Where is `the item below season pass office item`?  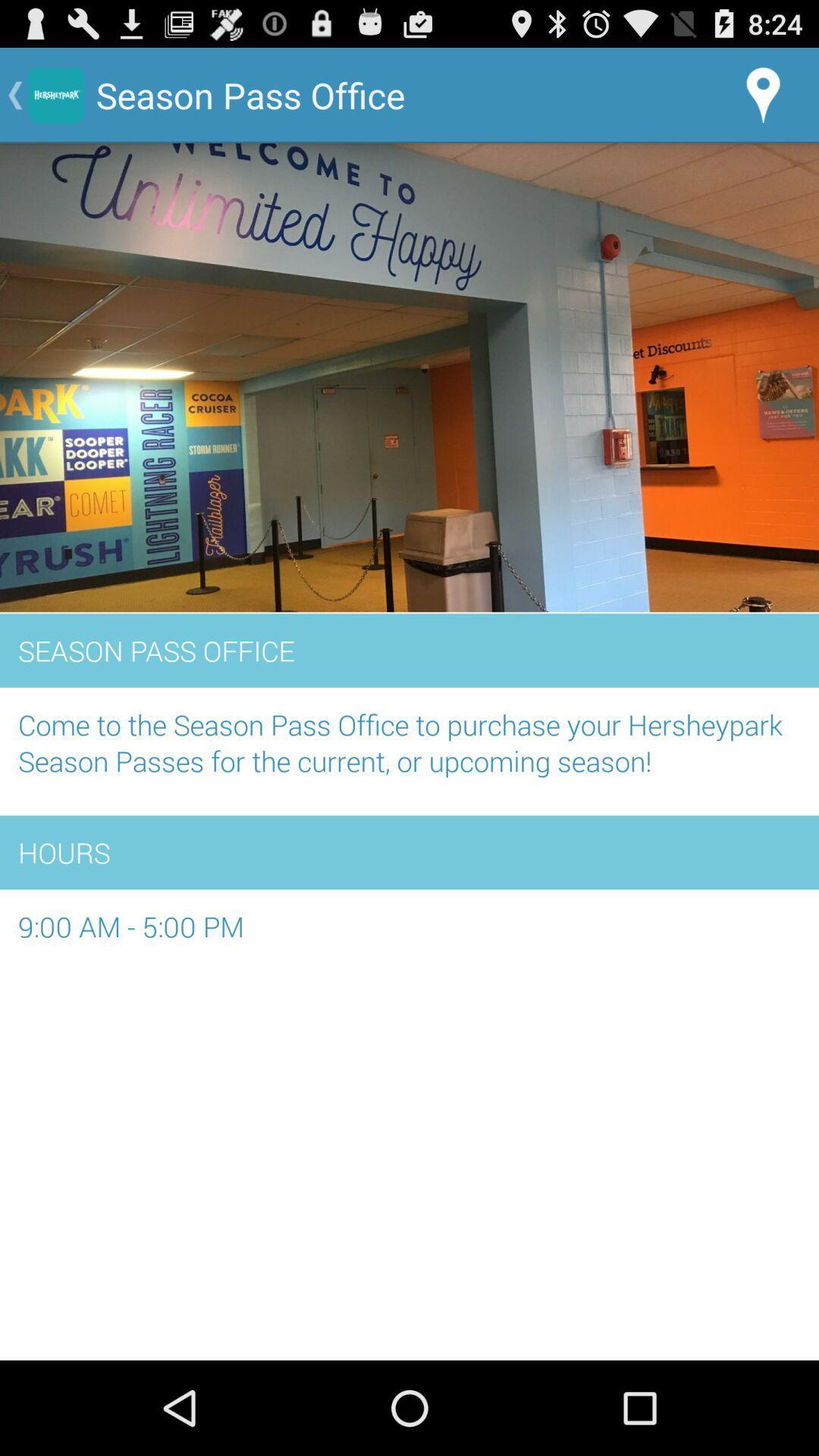
the item below season pass office item is located at coordinates (409, 752).